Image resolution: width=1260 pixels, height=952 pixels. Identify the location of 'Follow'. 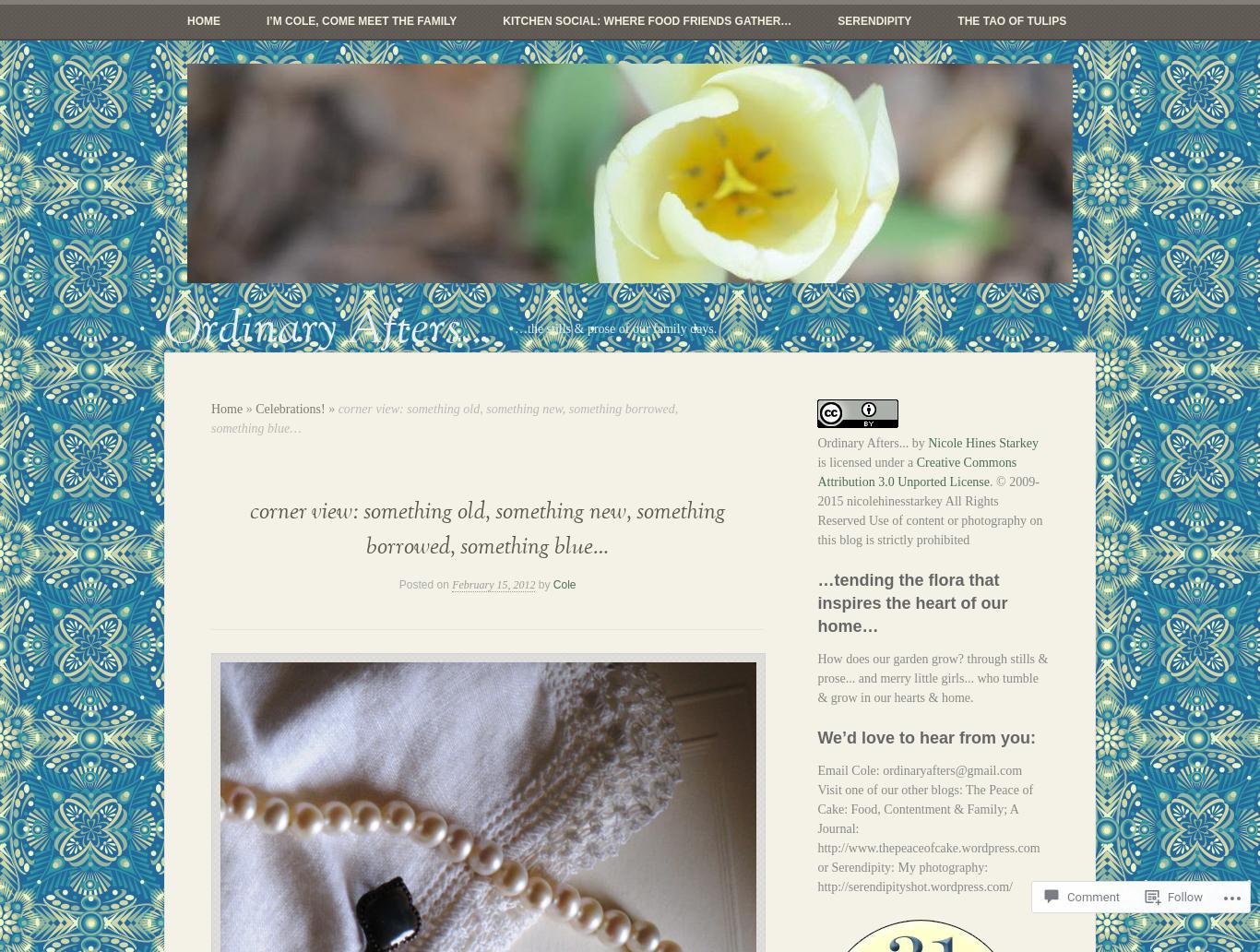
(1183, 896).